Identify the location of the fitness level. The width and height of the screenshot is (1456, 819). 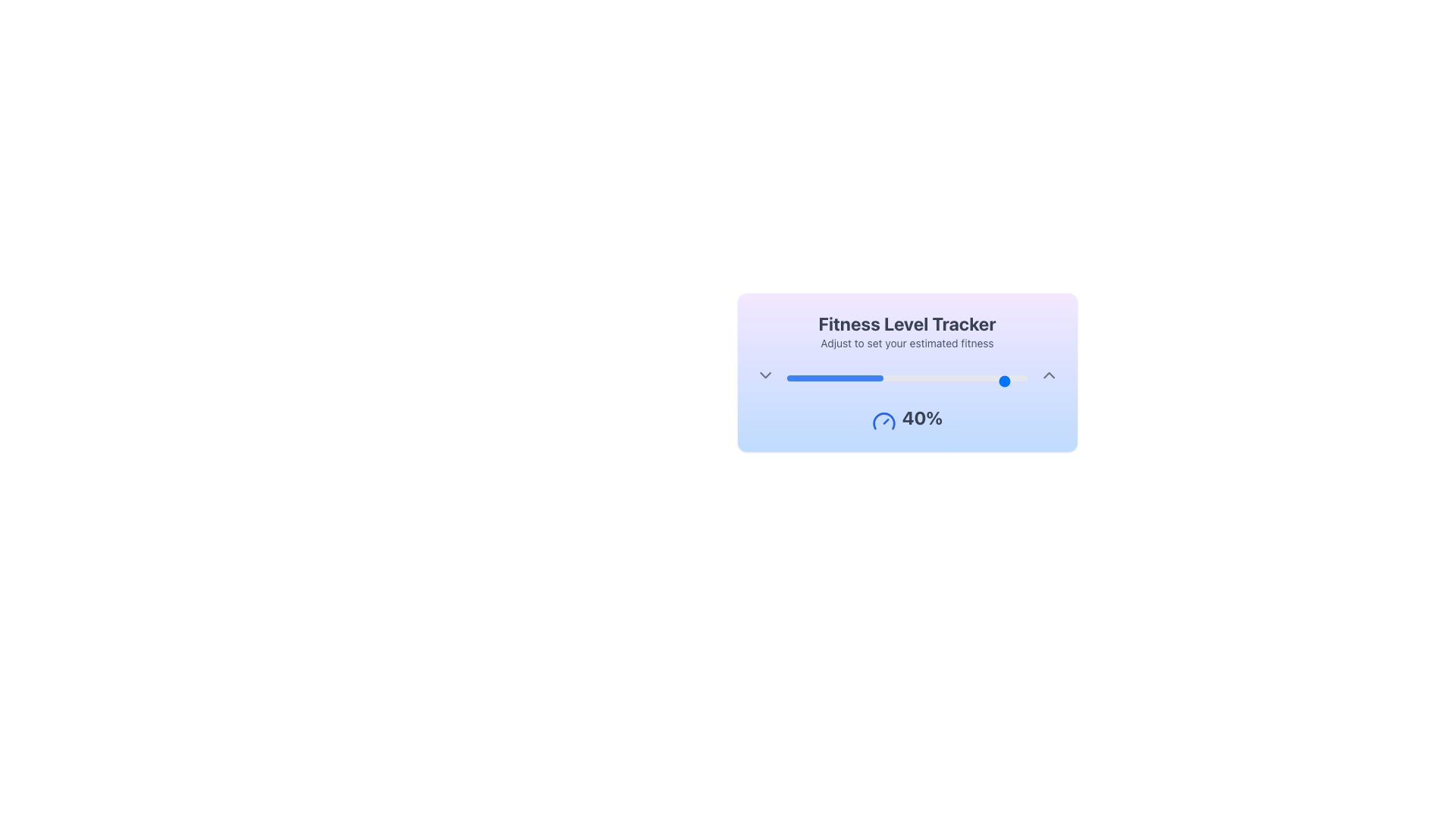
(1013, 377).